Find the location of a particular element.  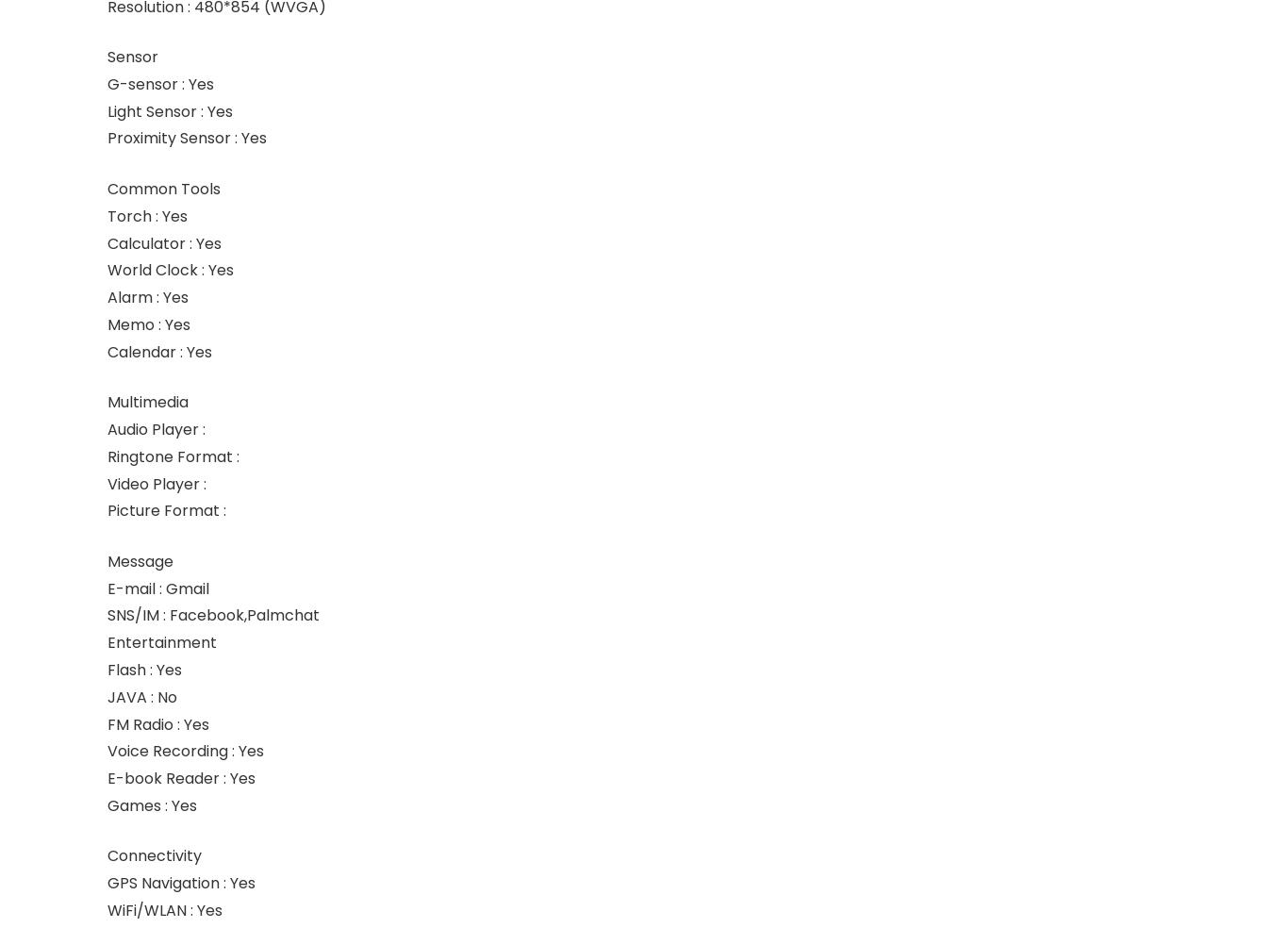

'Light Sensor : Yes' is located at coordinates (169, 109).